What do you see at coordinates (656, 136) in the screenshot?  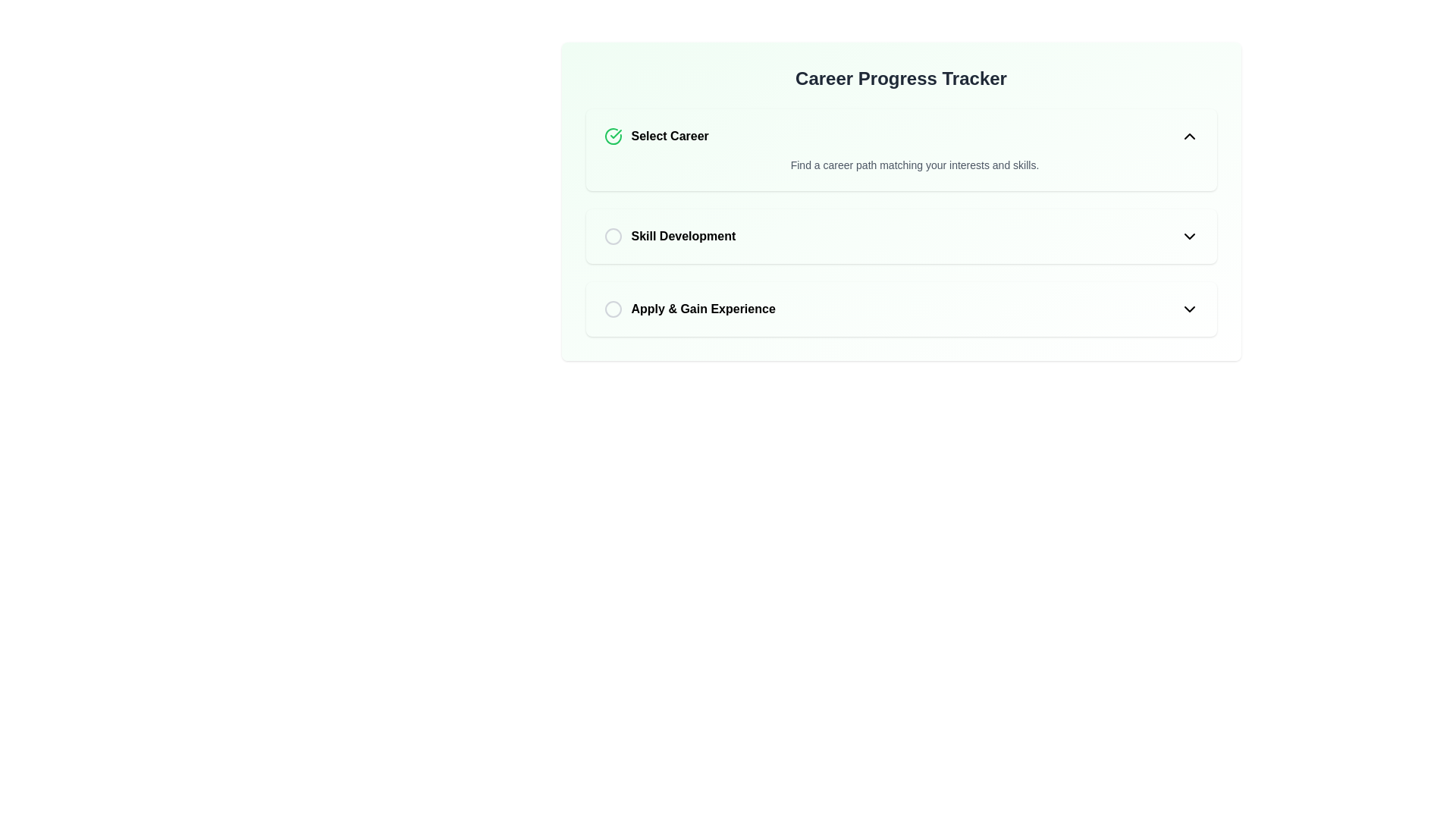 I see `the 'Select Career' label element with a green checkmark icon` at bounding box center [656, 136].